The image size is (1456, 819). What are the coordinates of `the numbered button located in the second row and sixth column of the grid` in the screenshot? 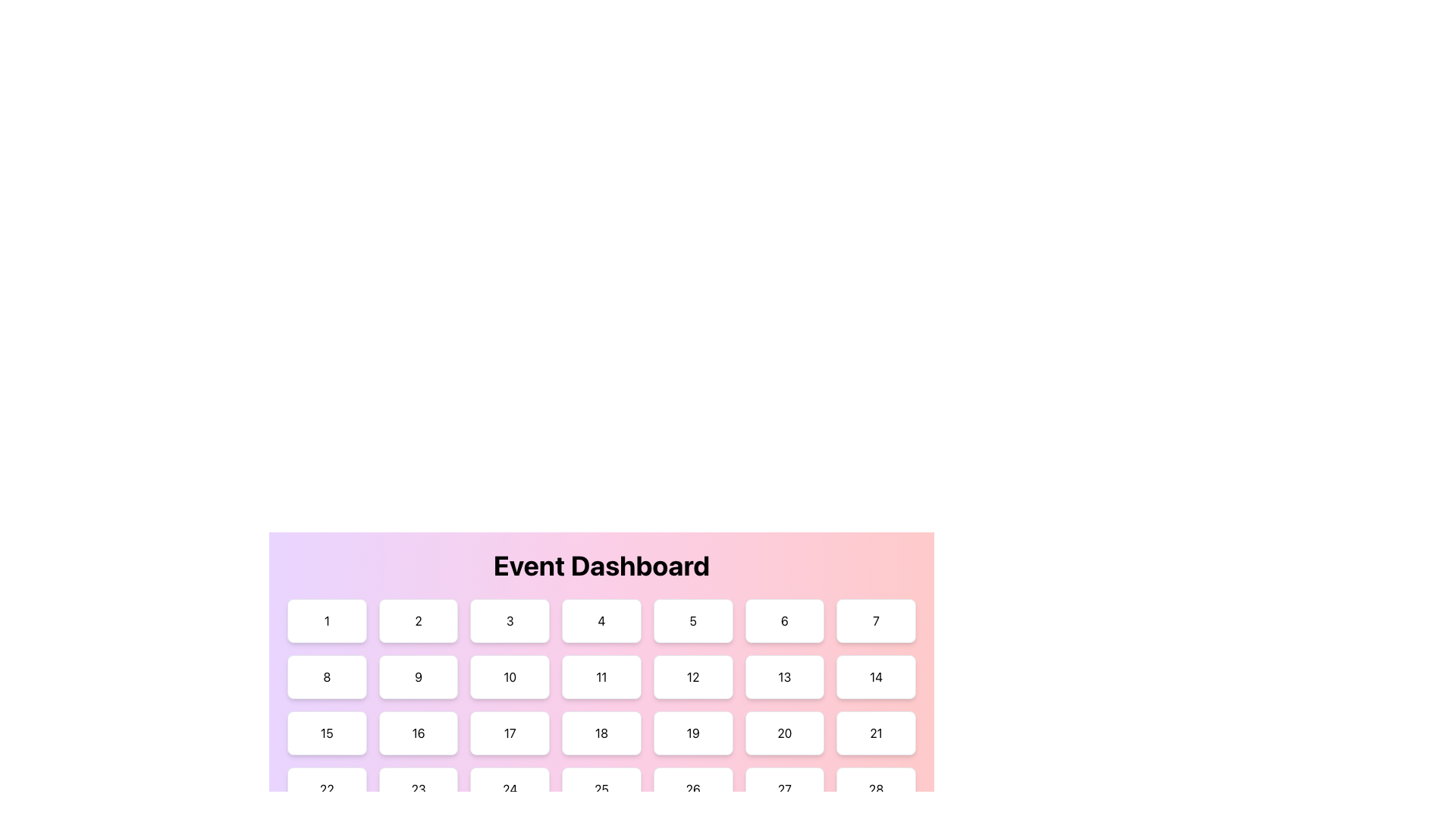 It's located at (783, 676).